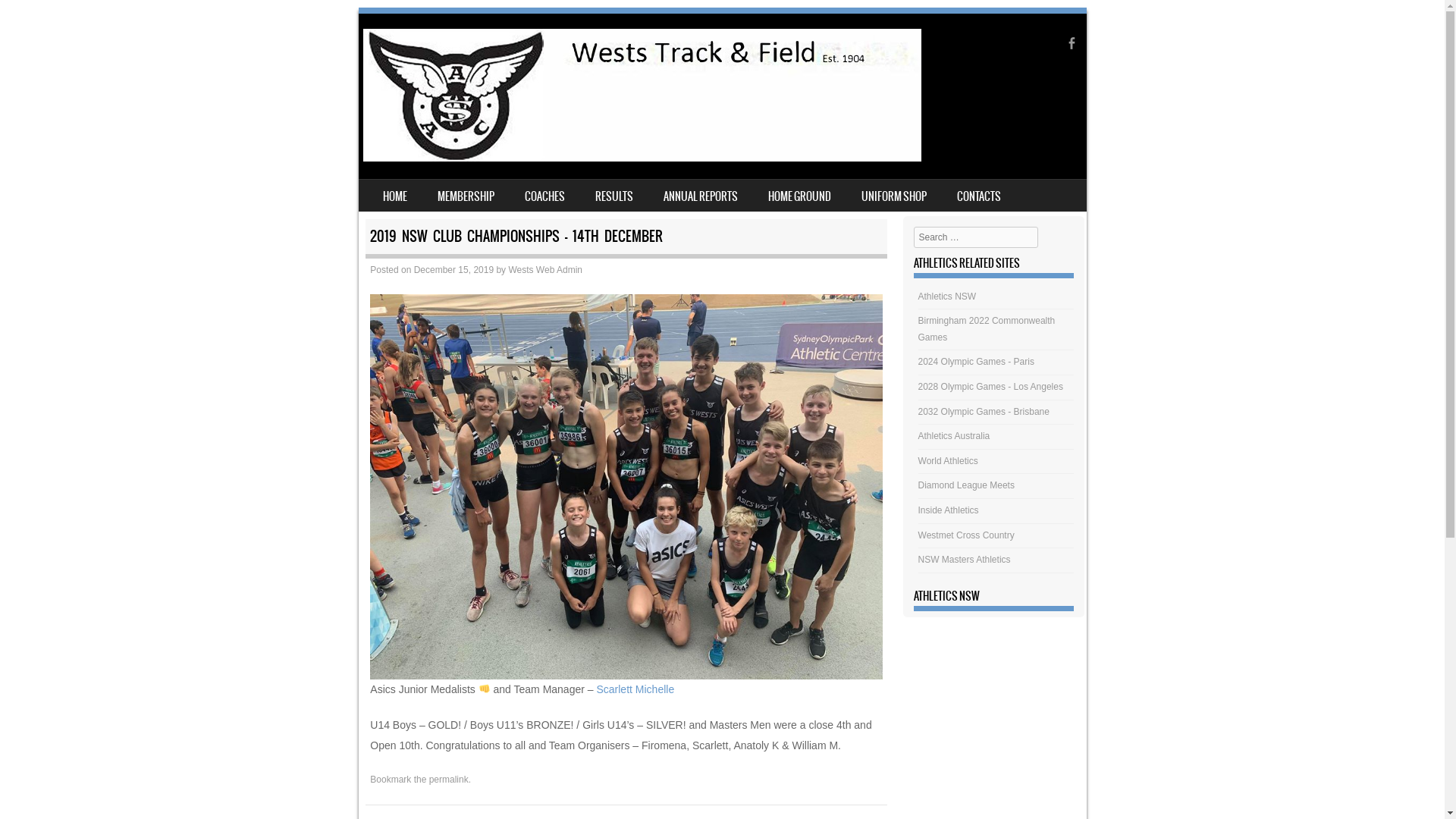 This screenshot has width=1456, height=819. Describe the element at coordinates (798, 195) in the screenshot. I see `'HOME GROUND'` at that location.